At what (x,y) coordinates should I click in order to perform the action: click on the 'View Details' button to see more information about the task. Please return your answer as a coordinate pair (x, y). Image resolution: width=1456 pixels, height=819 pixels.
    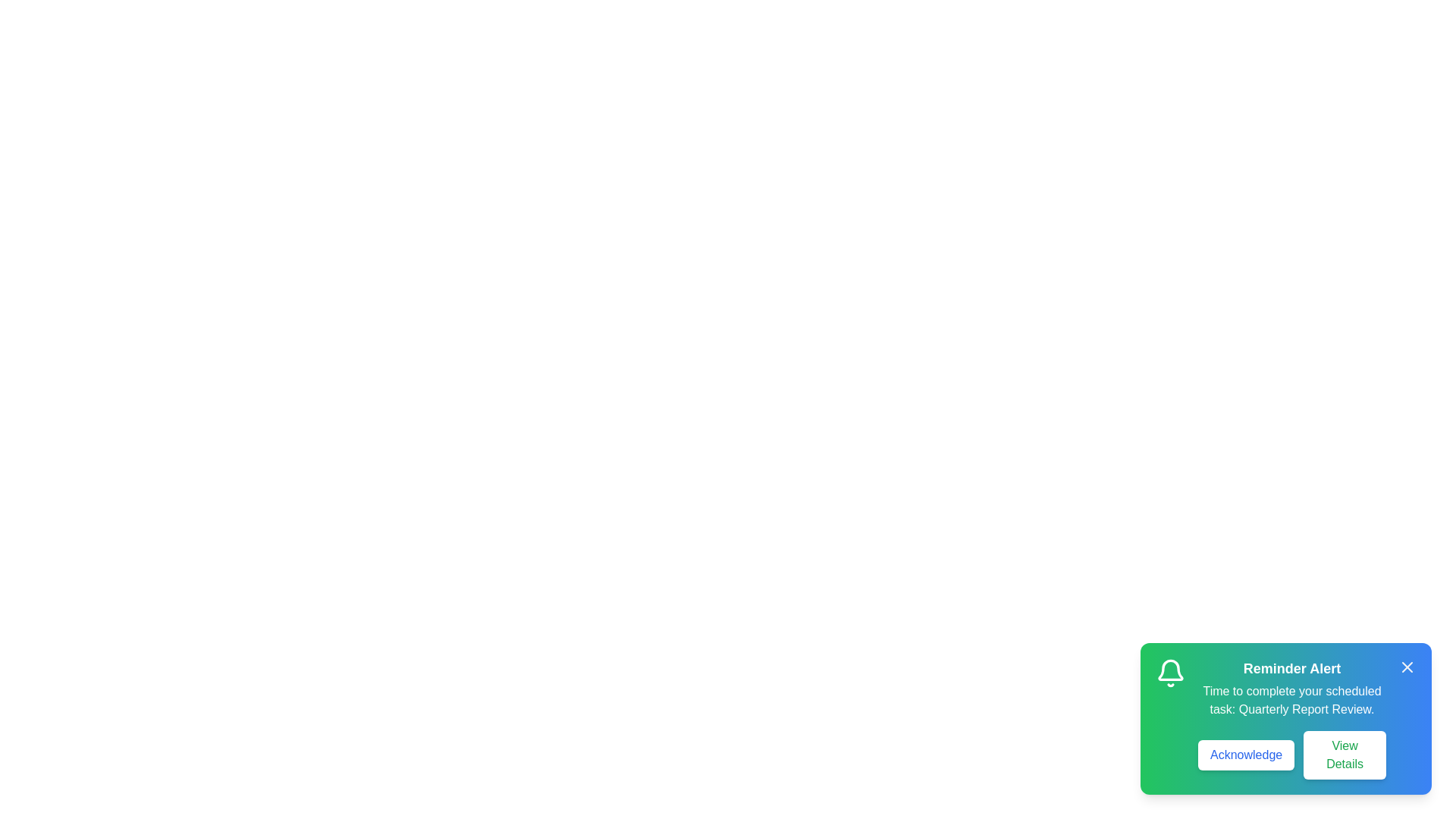
    Looking at the image, I should click on (1345, 755).